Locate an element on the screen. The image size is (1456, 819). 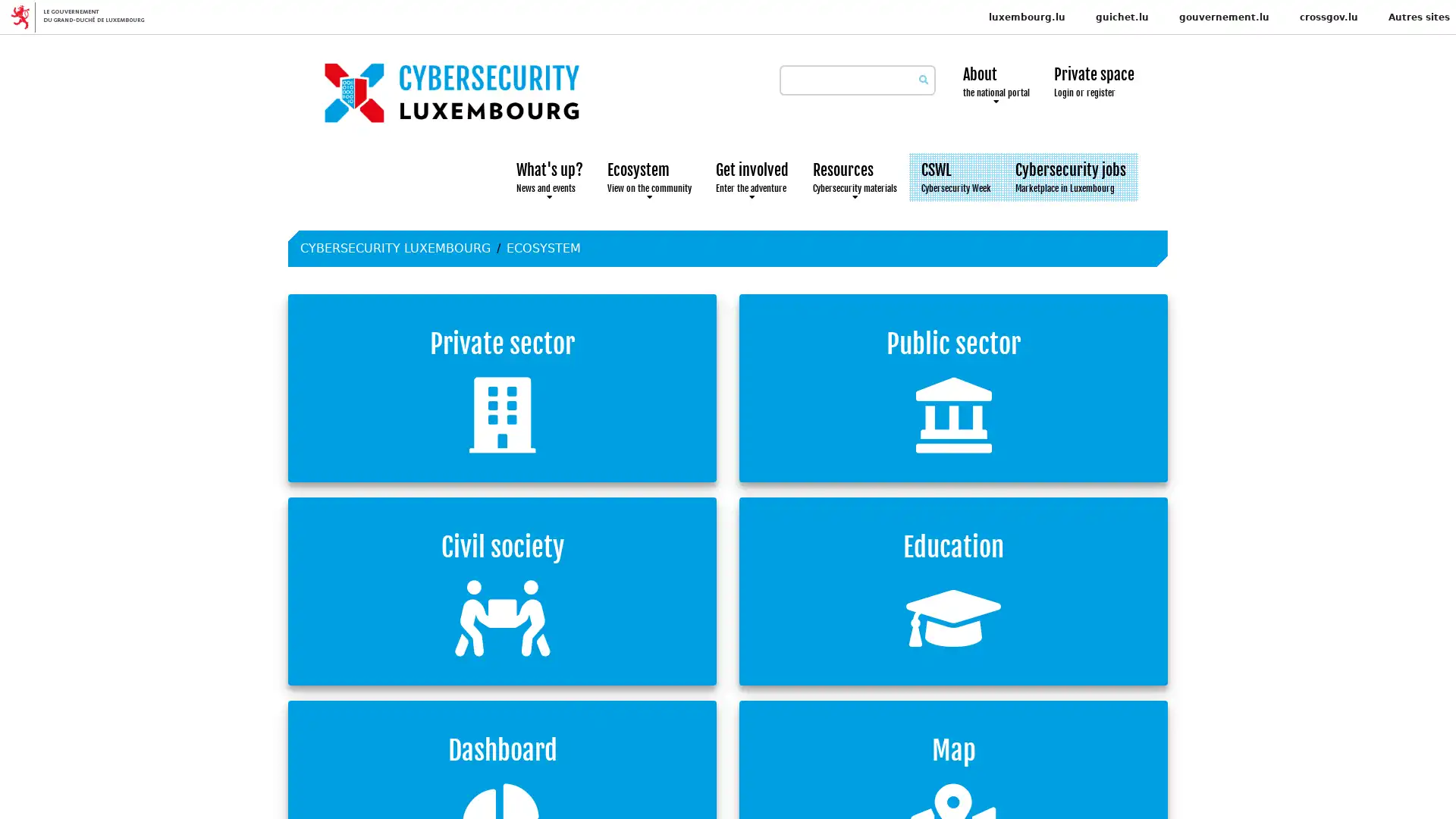
Cybersecurity jobs Marketplace in Luxembourg is located at coordinates (1069, 177).